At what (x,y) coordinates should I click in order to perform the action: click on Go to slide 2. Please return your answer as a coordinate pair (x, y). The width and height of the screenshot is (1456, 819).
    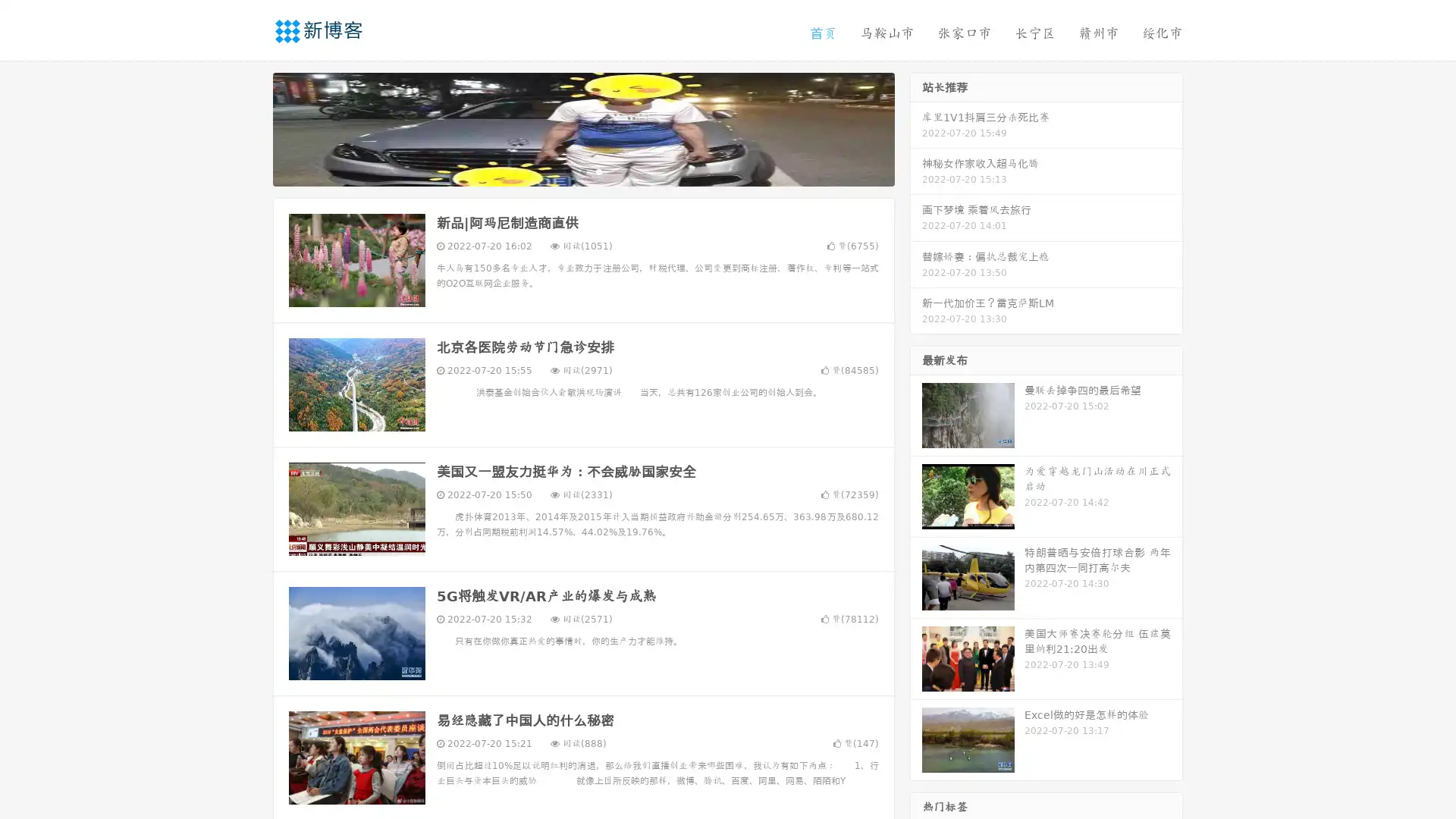
    Looking at the image, I should click on (582, 171).